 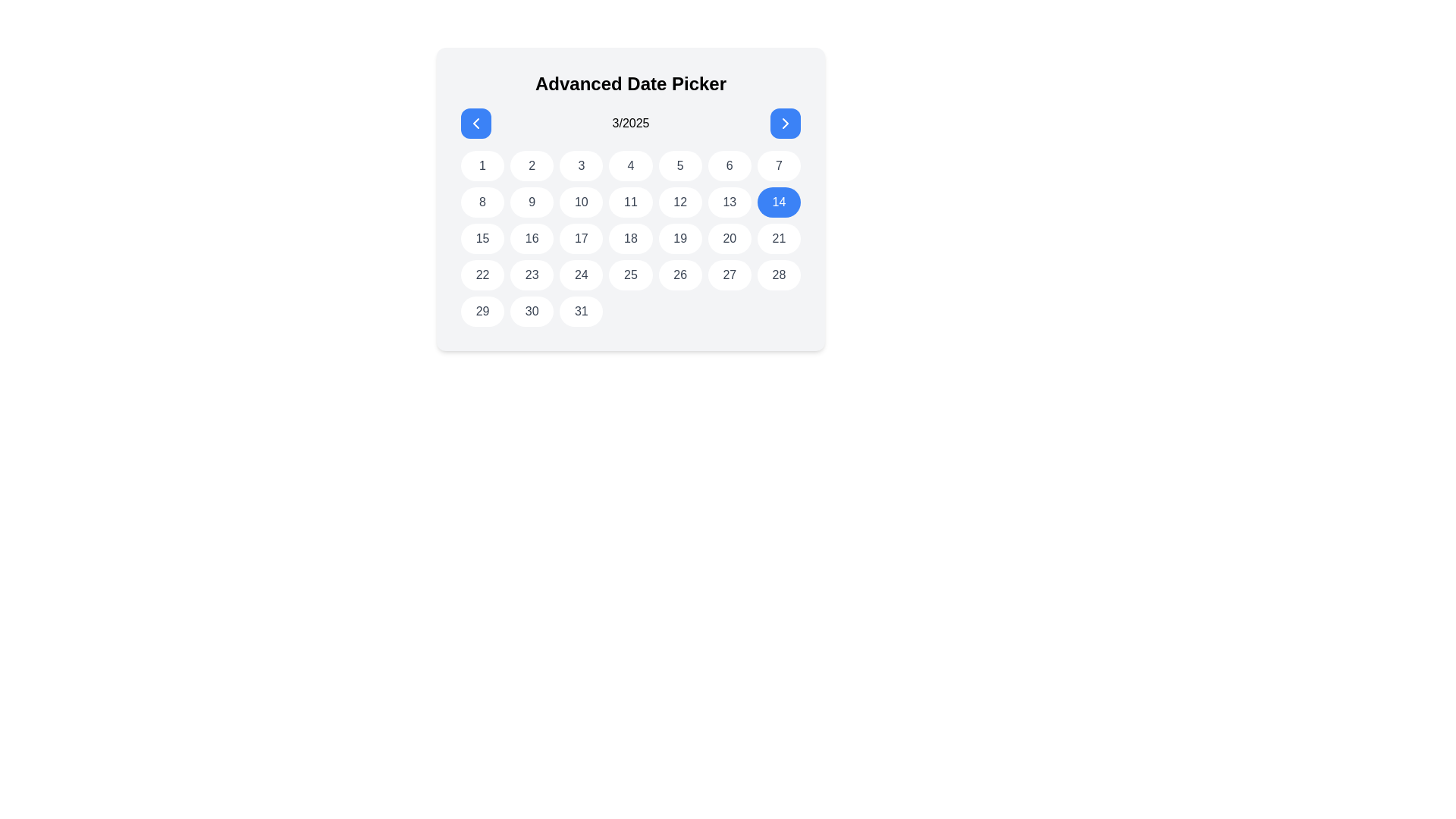 What do you see at coordinates (630, 201) in the screenshot?
I see `the interactive calendar date cell representing the 11th day of the month` at bounding box center [630, 201].